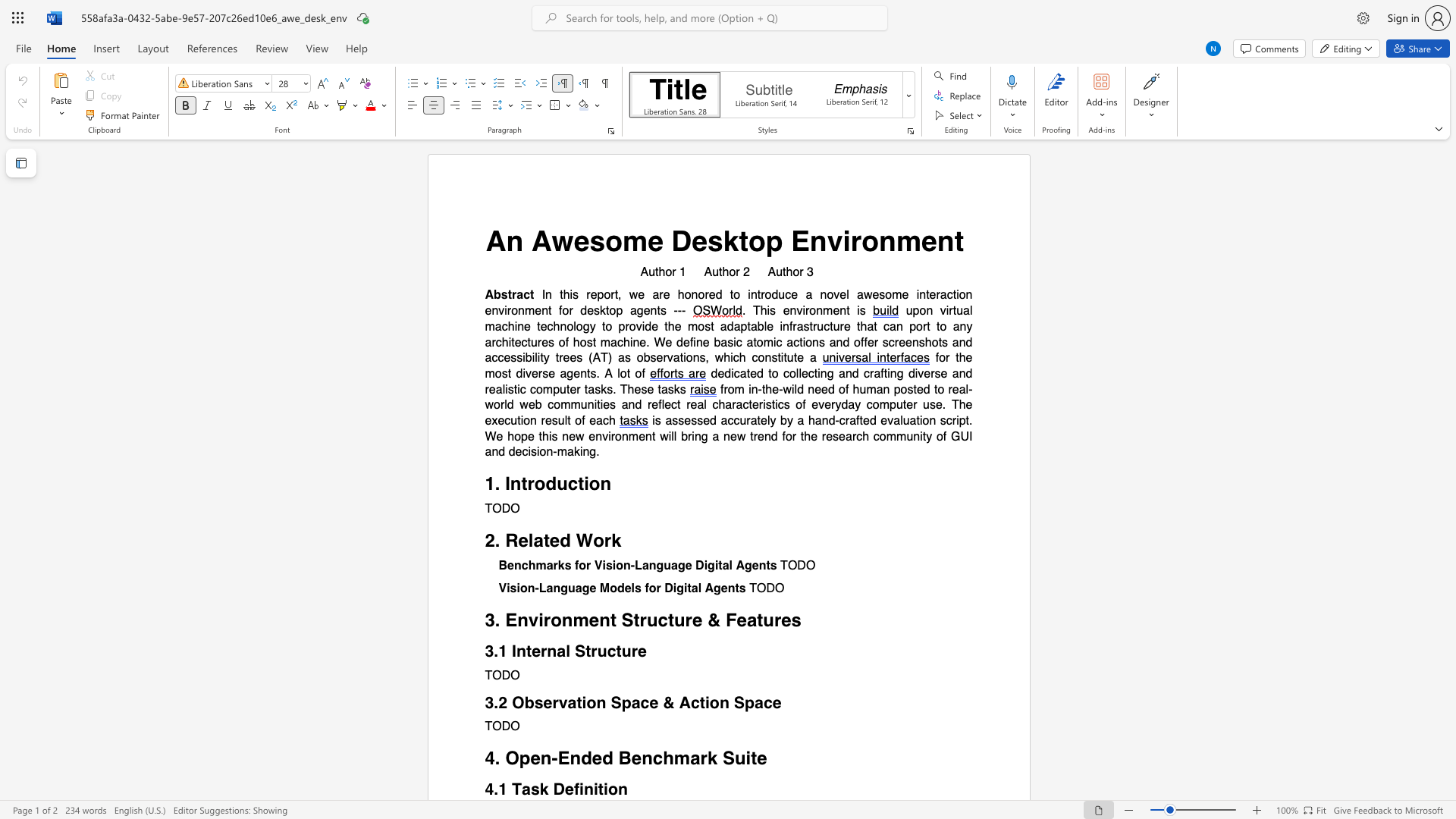  Describe the element at coordinates (807, 421) in the screenshot. I see `the subset text "hand-crafted evalua" within the text "is assessed accurately by a hand-crafted evaluation script. We hope this"` at that location.